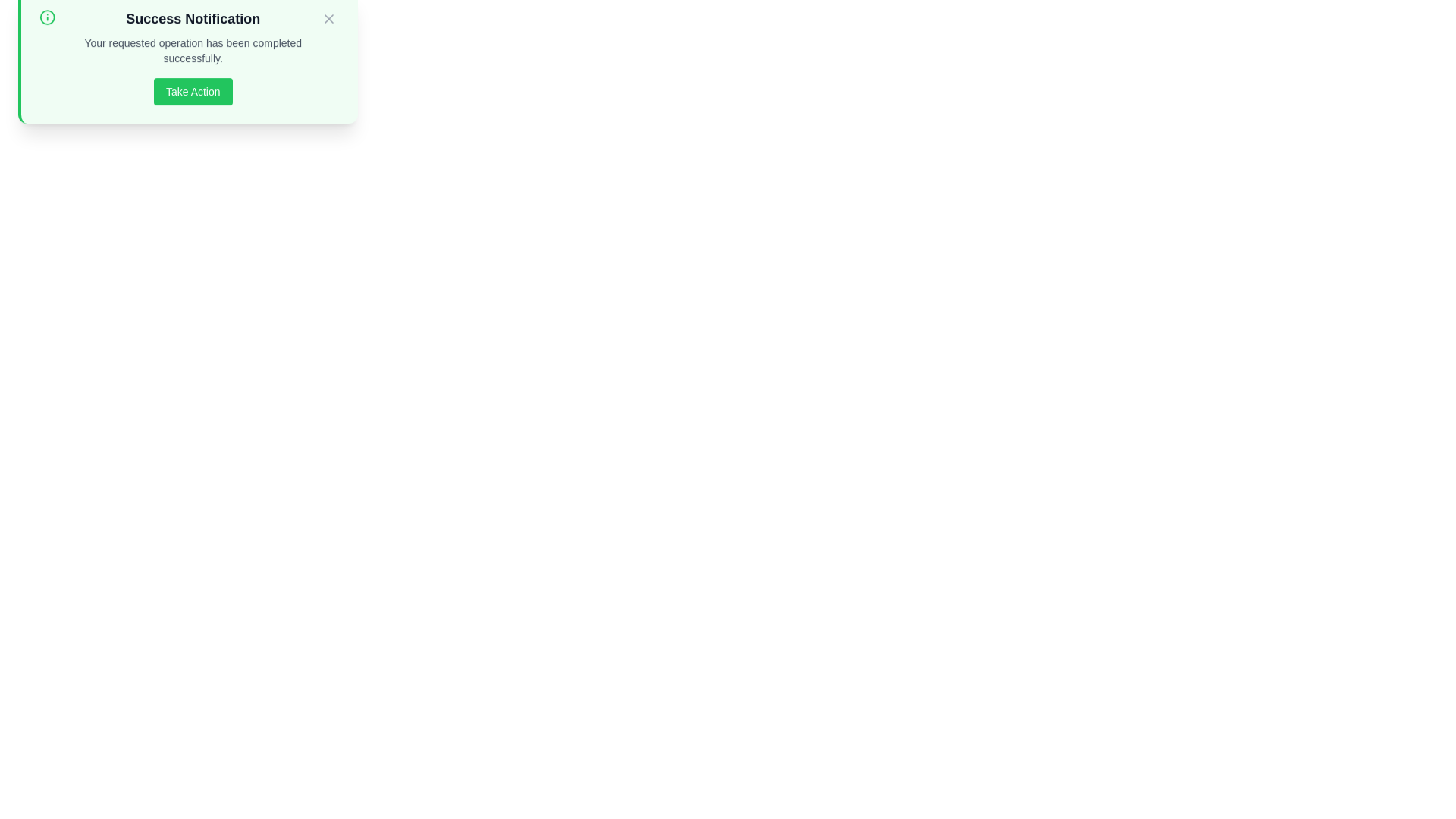 The height and width of the screenshot is (819, 1456). Describe the element at coordinates (192, 106) in the screenshot. I see `'Take Action' button to trigger the alert message` at that location.